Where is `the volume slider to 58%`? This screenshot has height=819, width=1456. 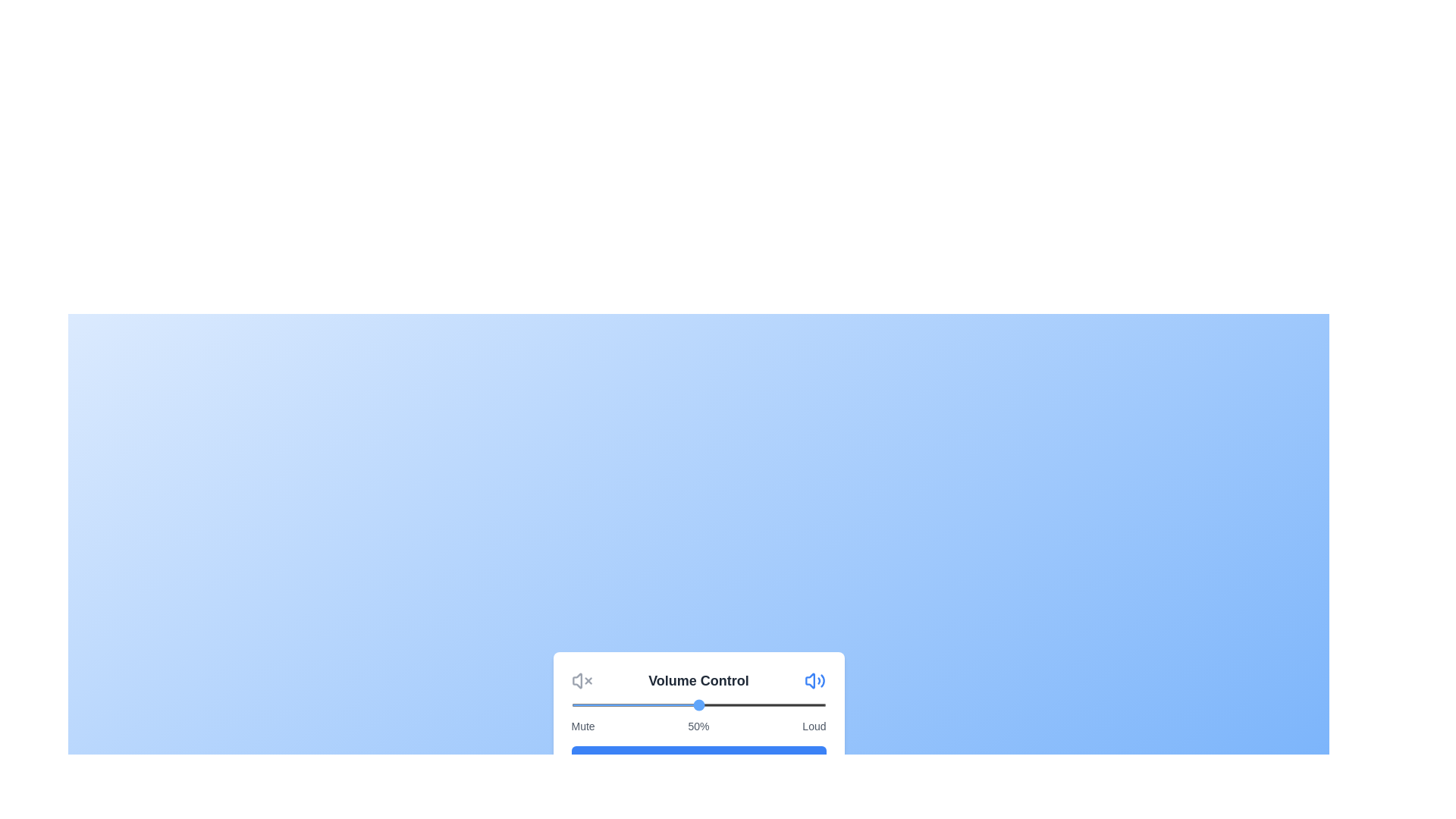 the volume slider to 58% is located at coordinates (718, 704).